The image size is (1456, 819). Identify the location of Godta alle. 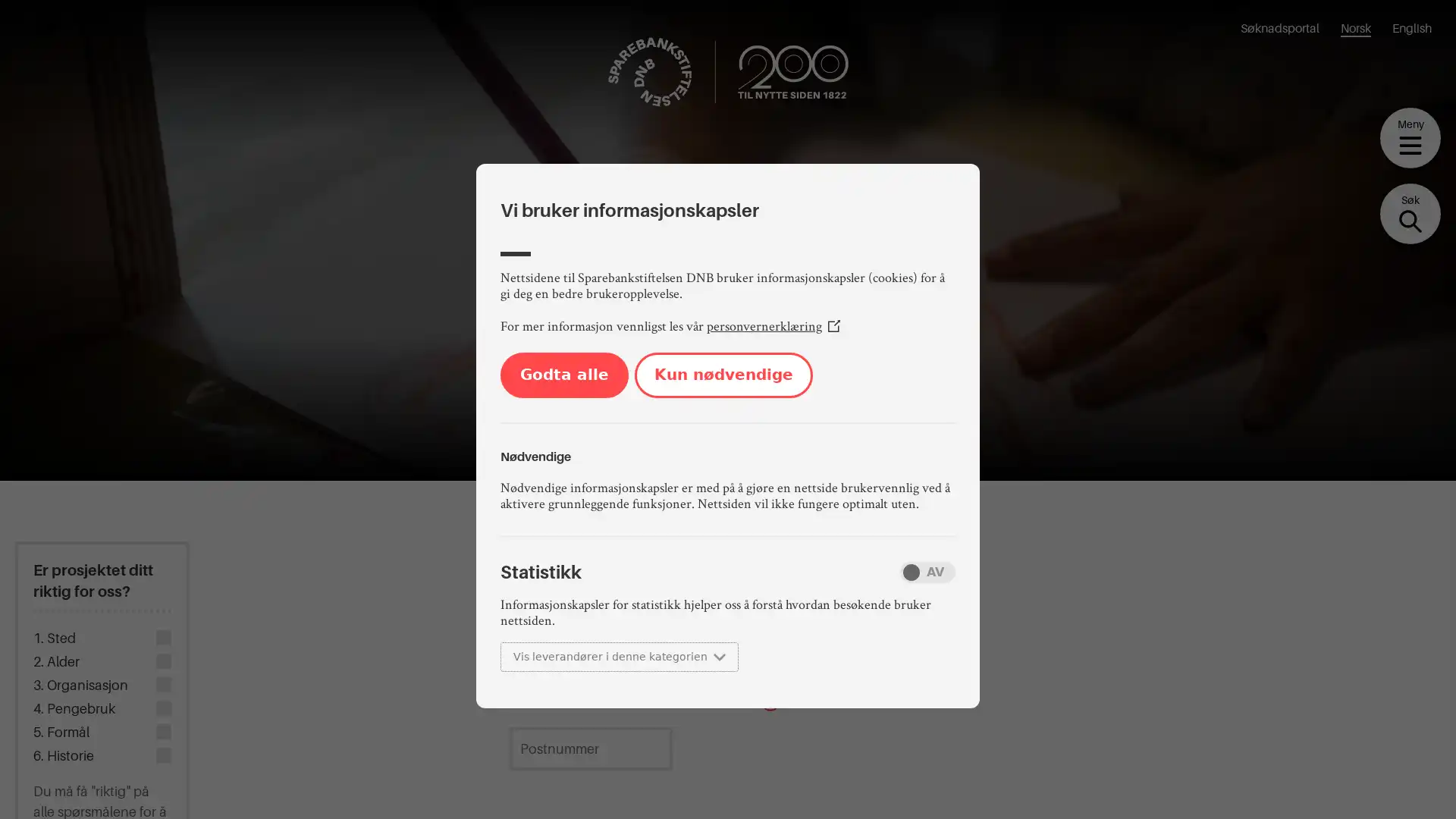
(563, 375).